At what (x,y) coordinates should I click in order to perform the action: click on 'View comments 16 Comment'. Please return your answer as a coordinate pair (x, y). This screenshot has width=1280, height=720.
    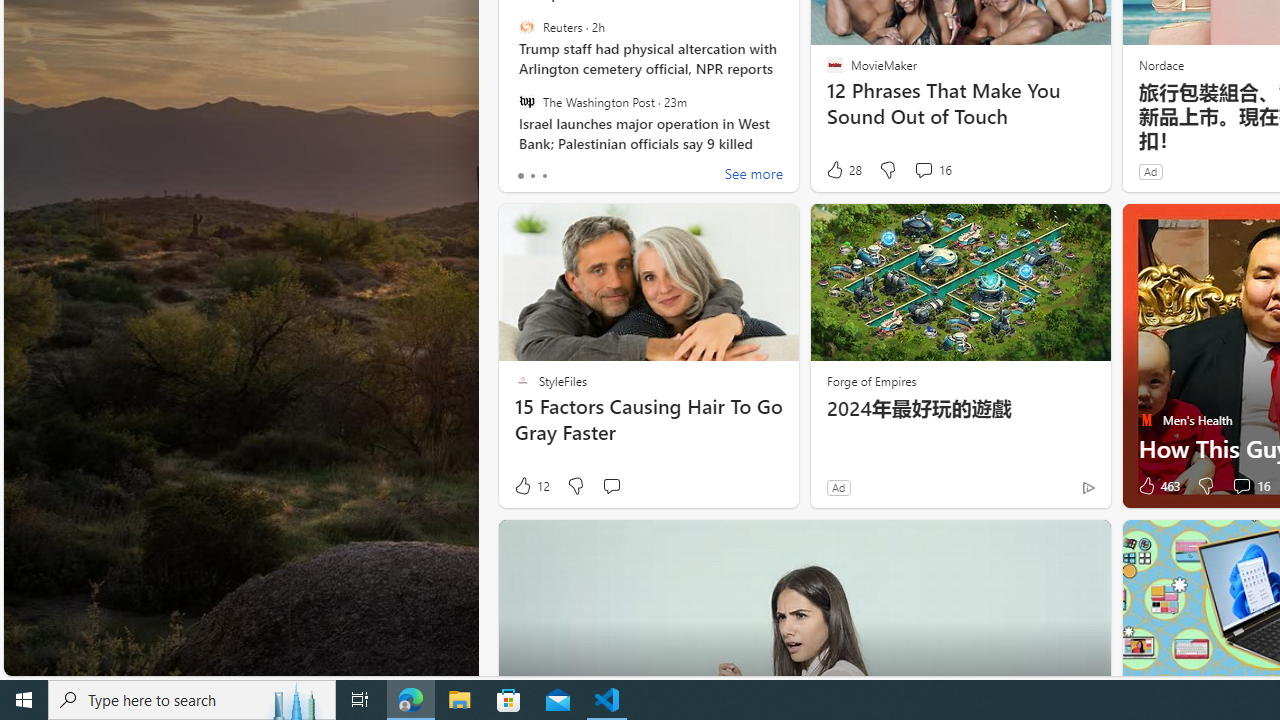
    Looking at the image, I should click on (1240, 486).